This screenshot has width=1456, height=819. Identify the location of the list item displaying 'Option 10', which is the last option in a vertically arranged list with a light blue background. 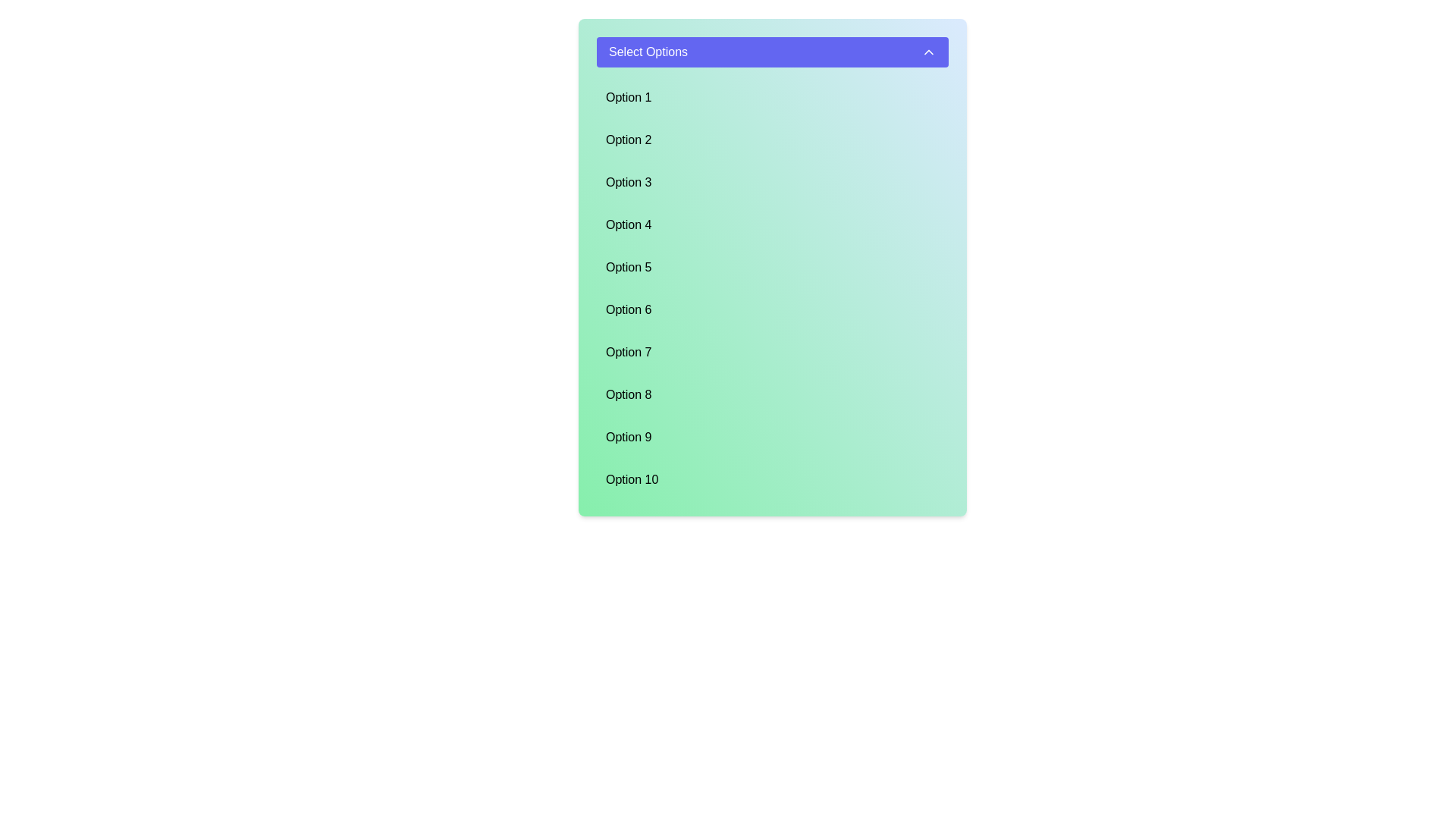
(772, 479).